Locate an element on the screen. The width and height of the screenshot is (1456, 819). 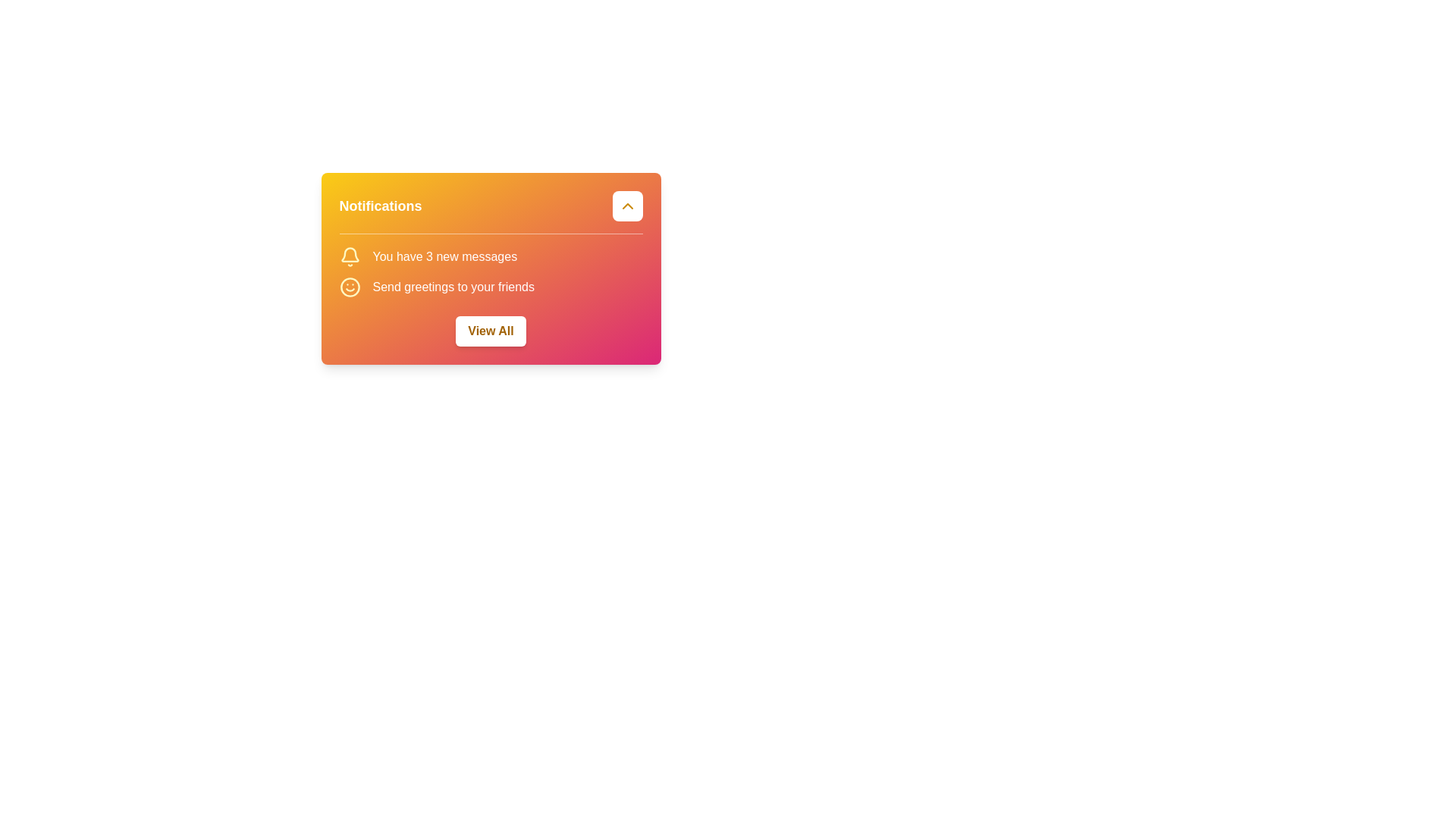
the main circular area forming the face within the smiling icon, which is styled with a yellow hue and is part of a larger SVG component is located at coordinates (349, 287).